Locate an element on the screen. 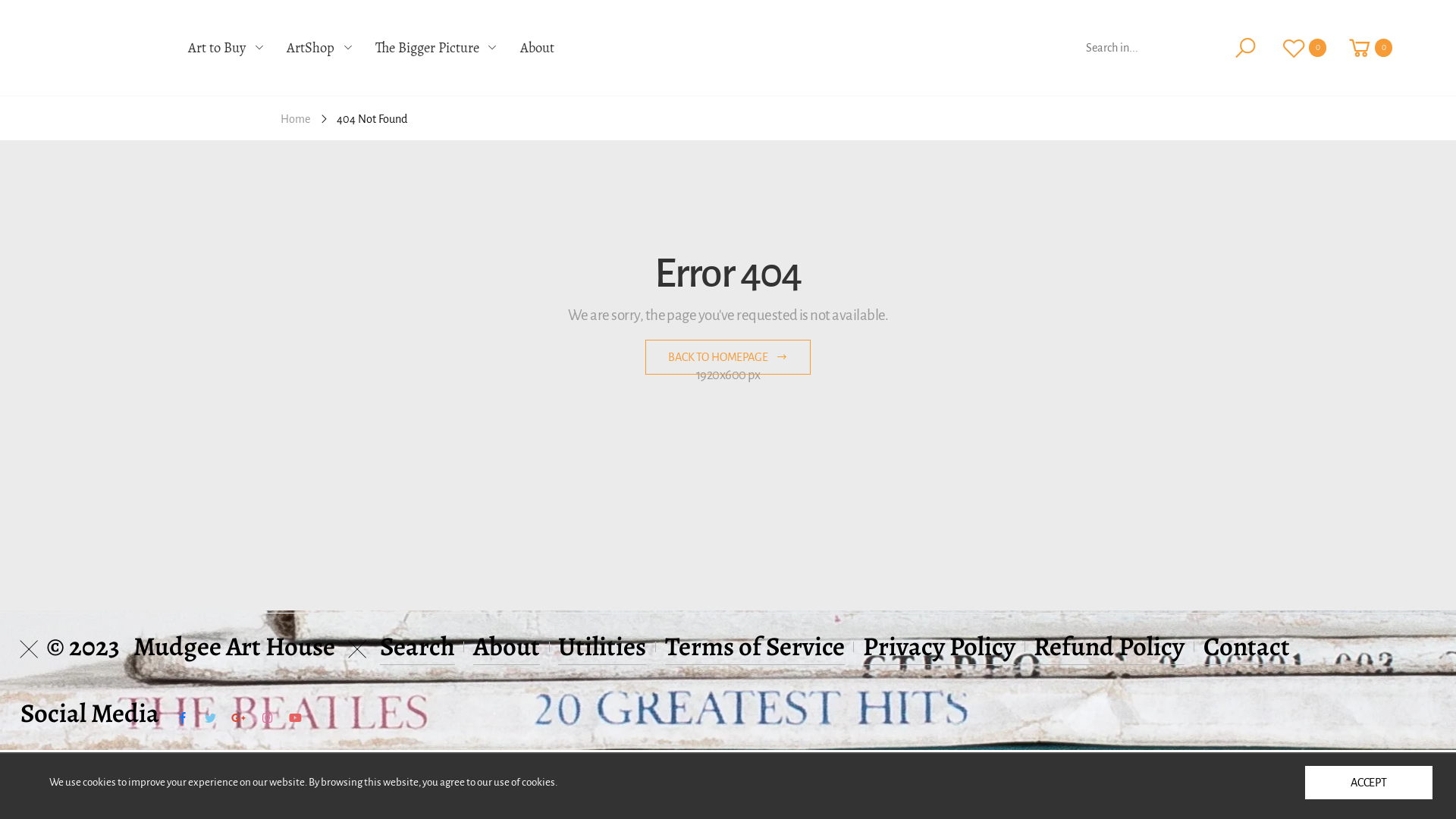 This screenshot has height=819, width=1456. 'Mudgee Art House on Instagram' is located at coordinates (266, 717).